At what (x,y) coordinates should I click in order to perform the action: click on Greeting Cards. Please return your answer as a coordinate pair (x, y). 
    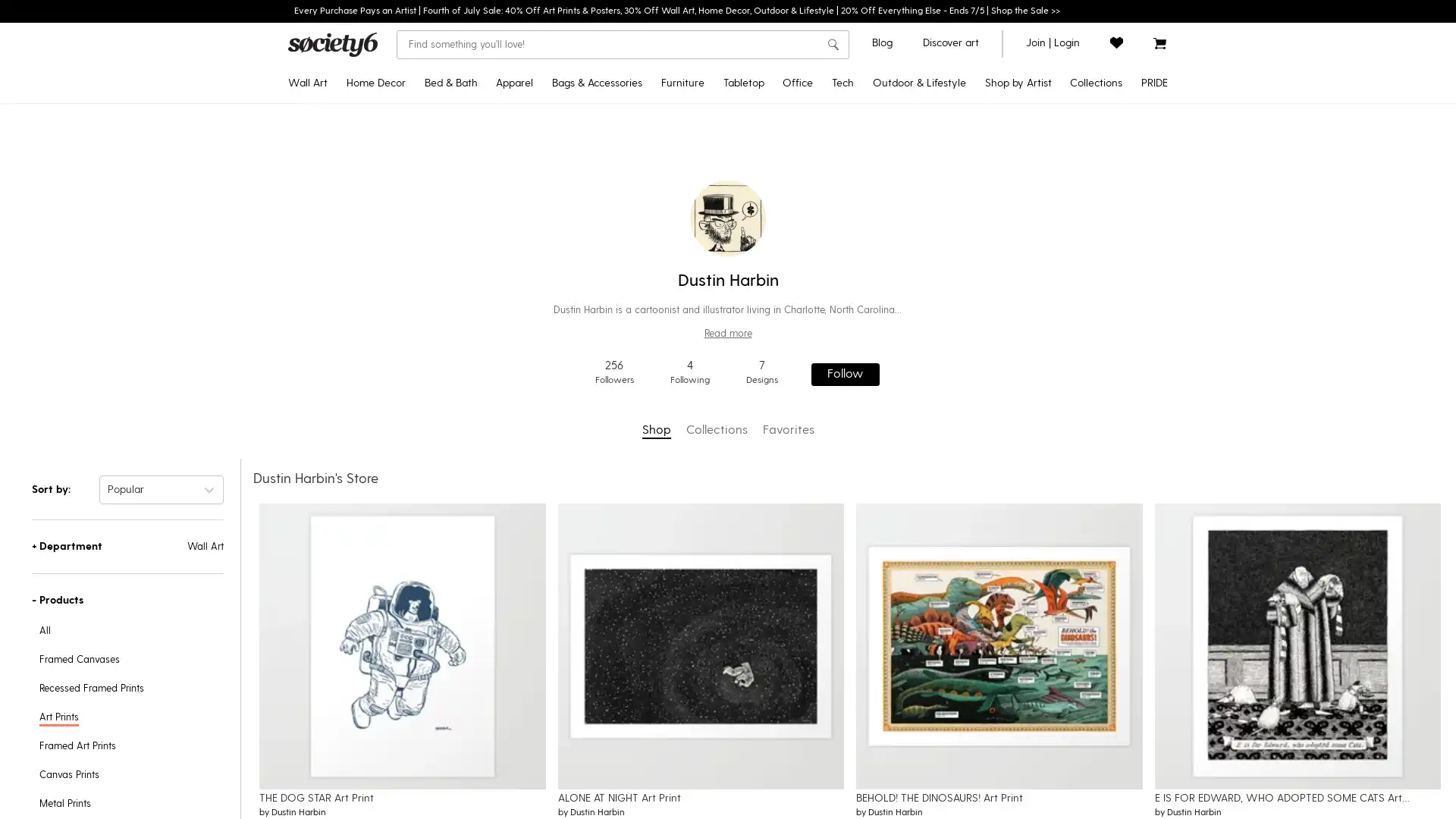
    Looking at the image, I should click on (835, 342).